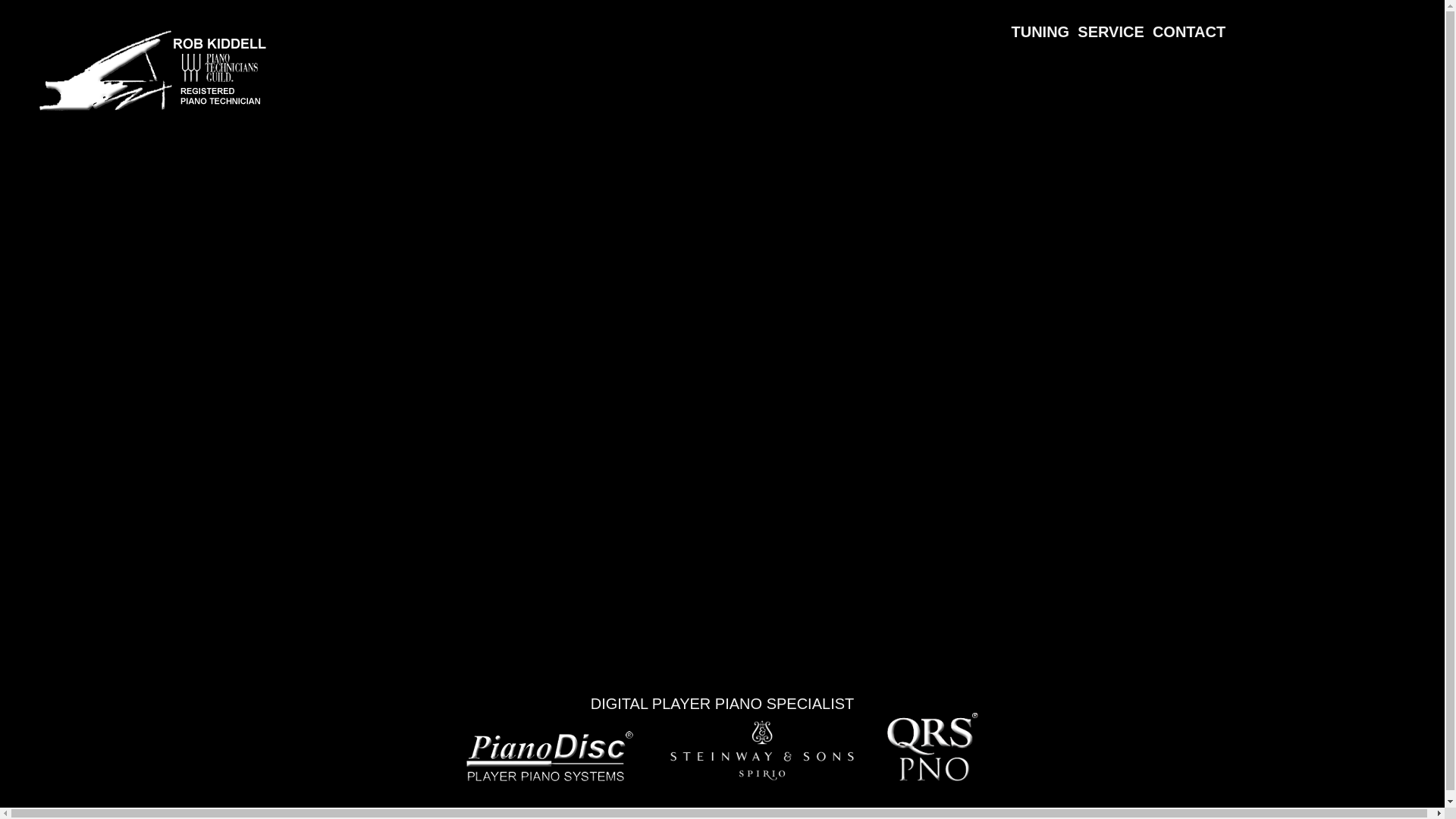 This screenshot has height=819, width=1456. What do you see at coordinates (1043, 23) in the screenshot?
I see `'TUNING  '` at bounding box center [1043, 23].